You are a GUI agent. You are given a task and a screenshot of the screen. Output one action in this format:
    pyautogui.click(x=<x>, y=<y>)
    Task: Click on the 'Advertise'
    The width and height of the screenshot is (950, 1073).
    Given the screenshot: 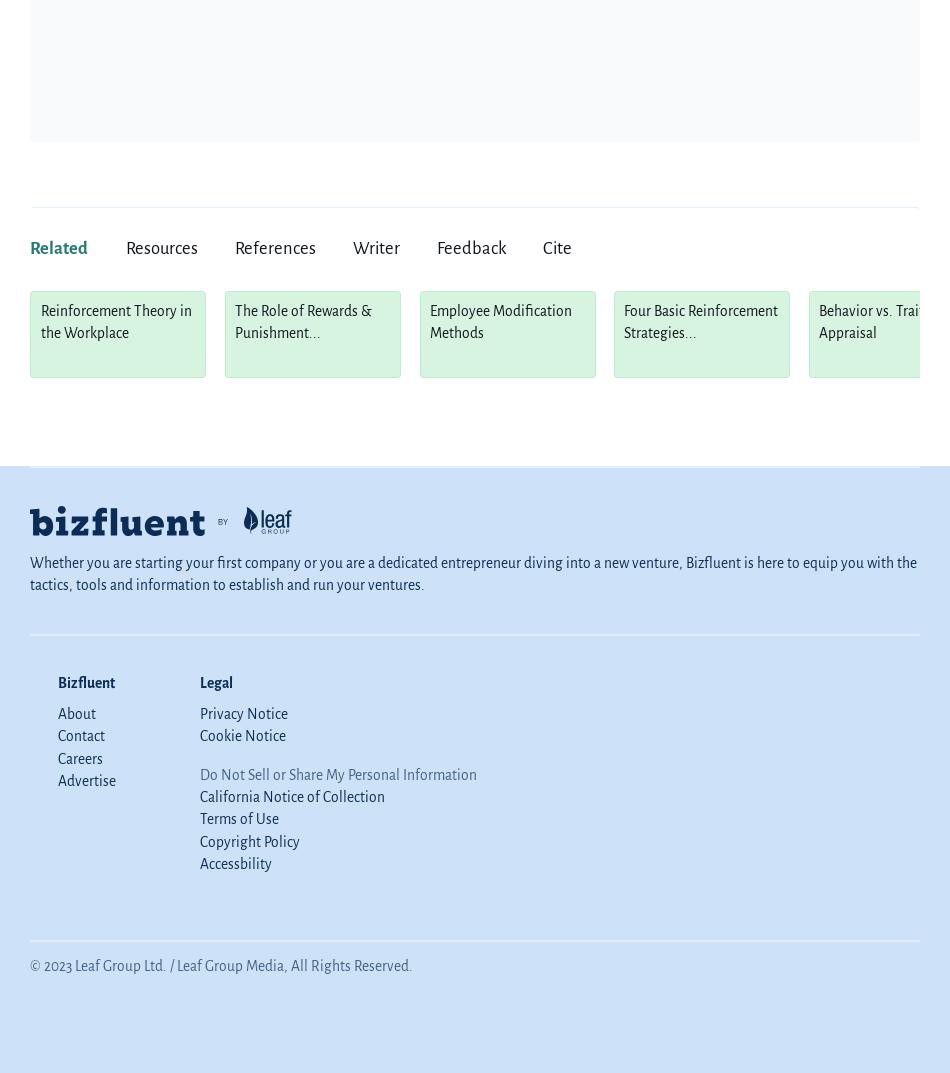 What is the action you would take?
    pyautogui.click(x=87, y=780)
    